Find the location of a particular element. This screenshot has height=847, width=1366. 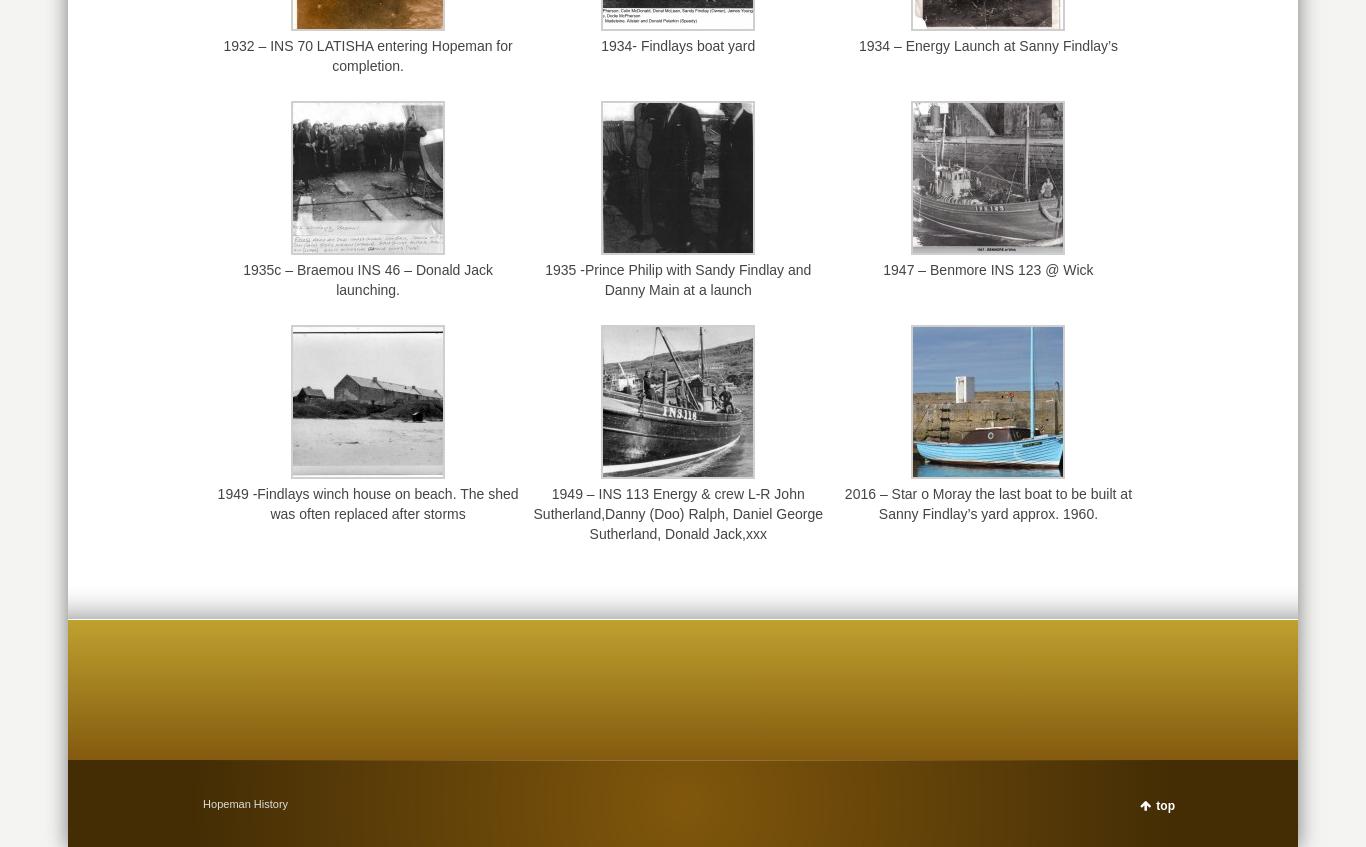

'1934- Findlays boat yard' is located at coordinates (600, 44).